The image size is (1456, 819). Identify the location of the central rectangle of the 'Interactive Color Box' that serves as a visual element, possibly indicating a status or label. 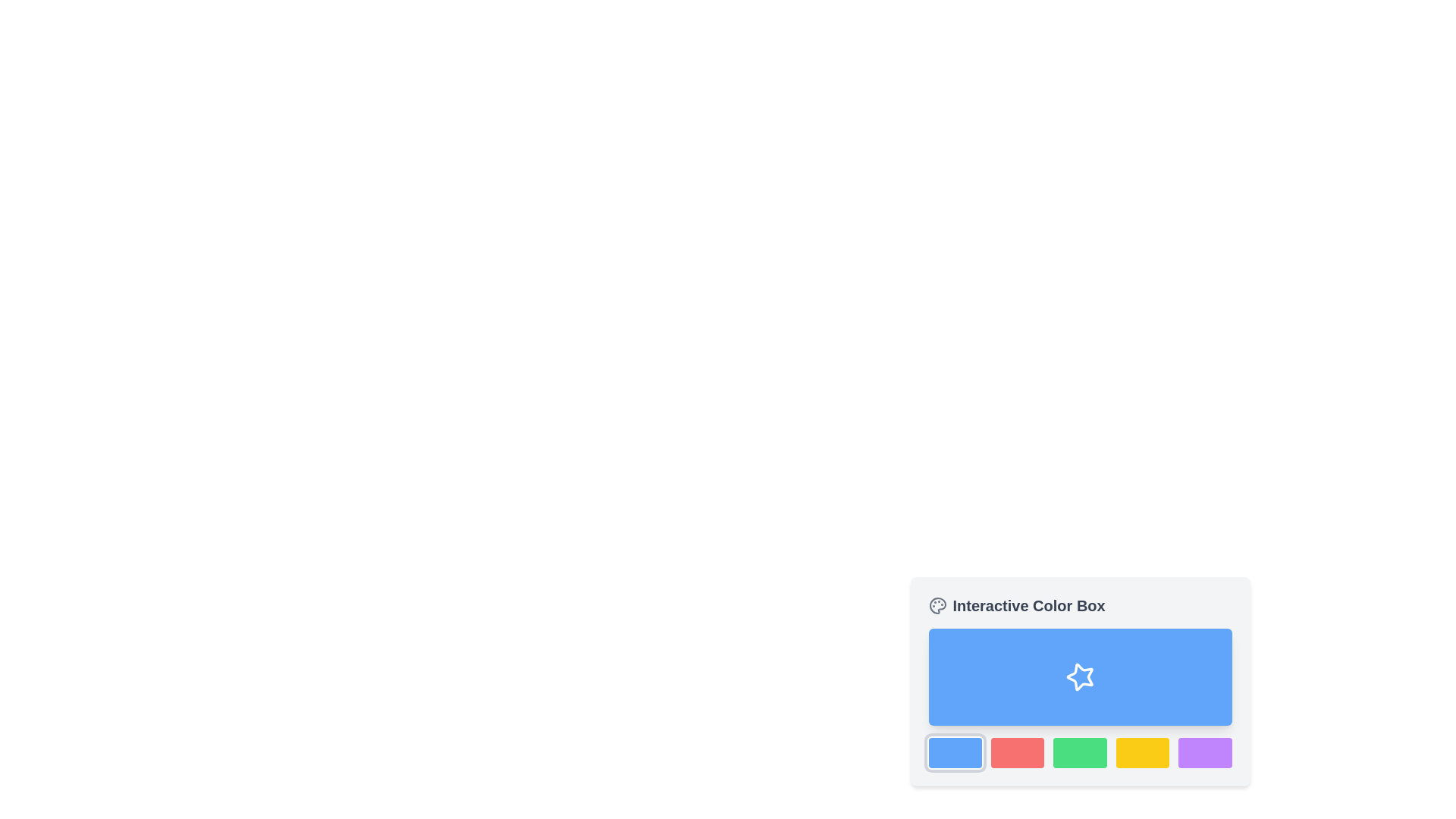
(1079, 676).